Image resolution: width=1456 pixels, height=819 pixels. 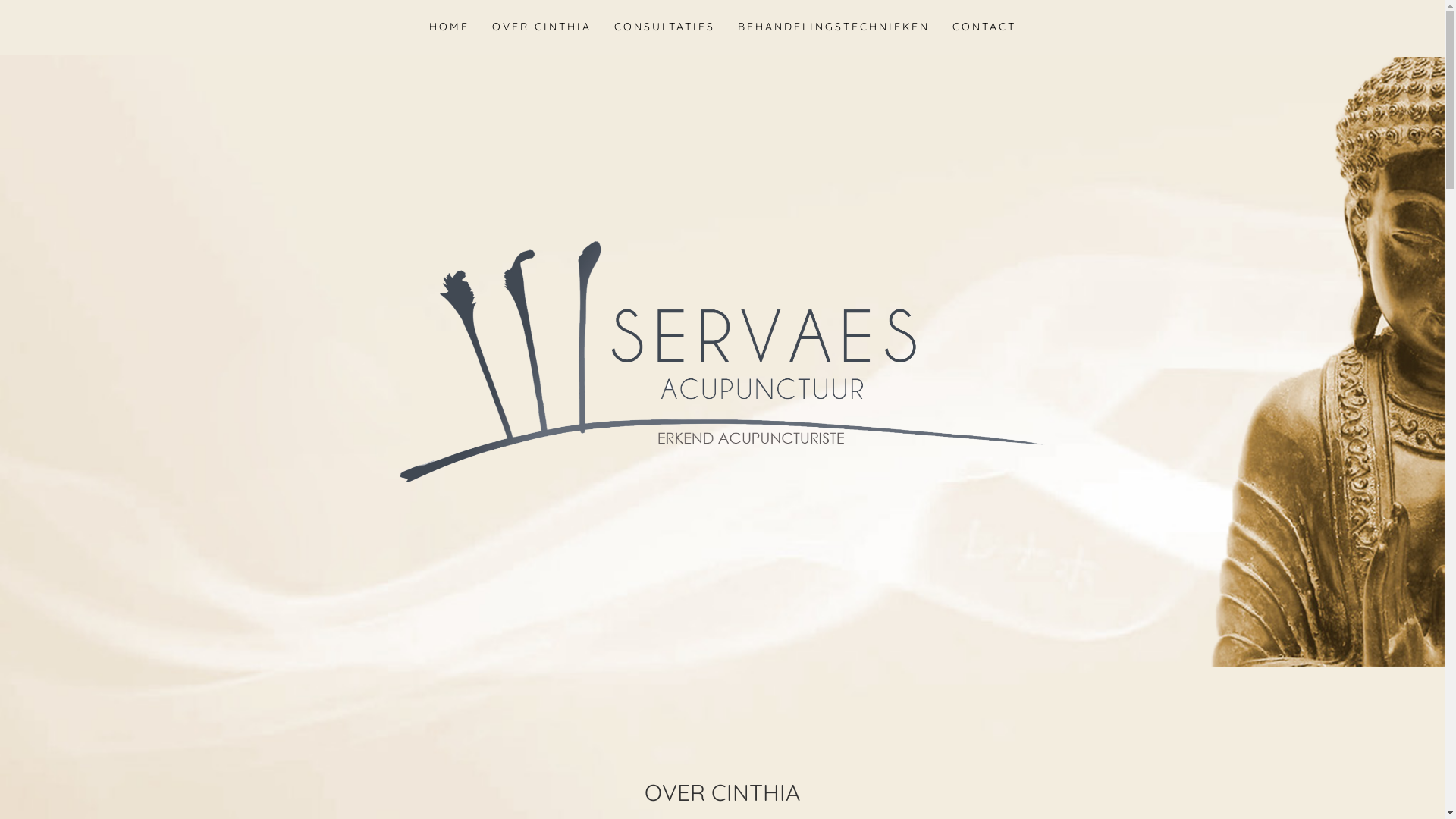 I want to click on 'OVER CINTHIA', so click(x=541, y=27).